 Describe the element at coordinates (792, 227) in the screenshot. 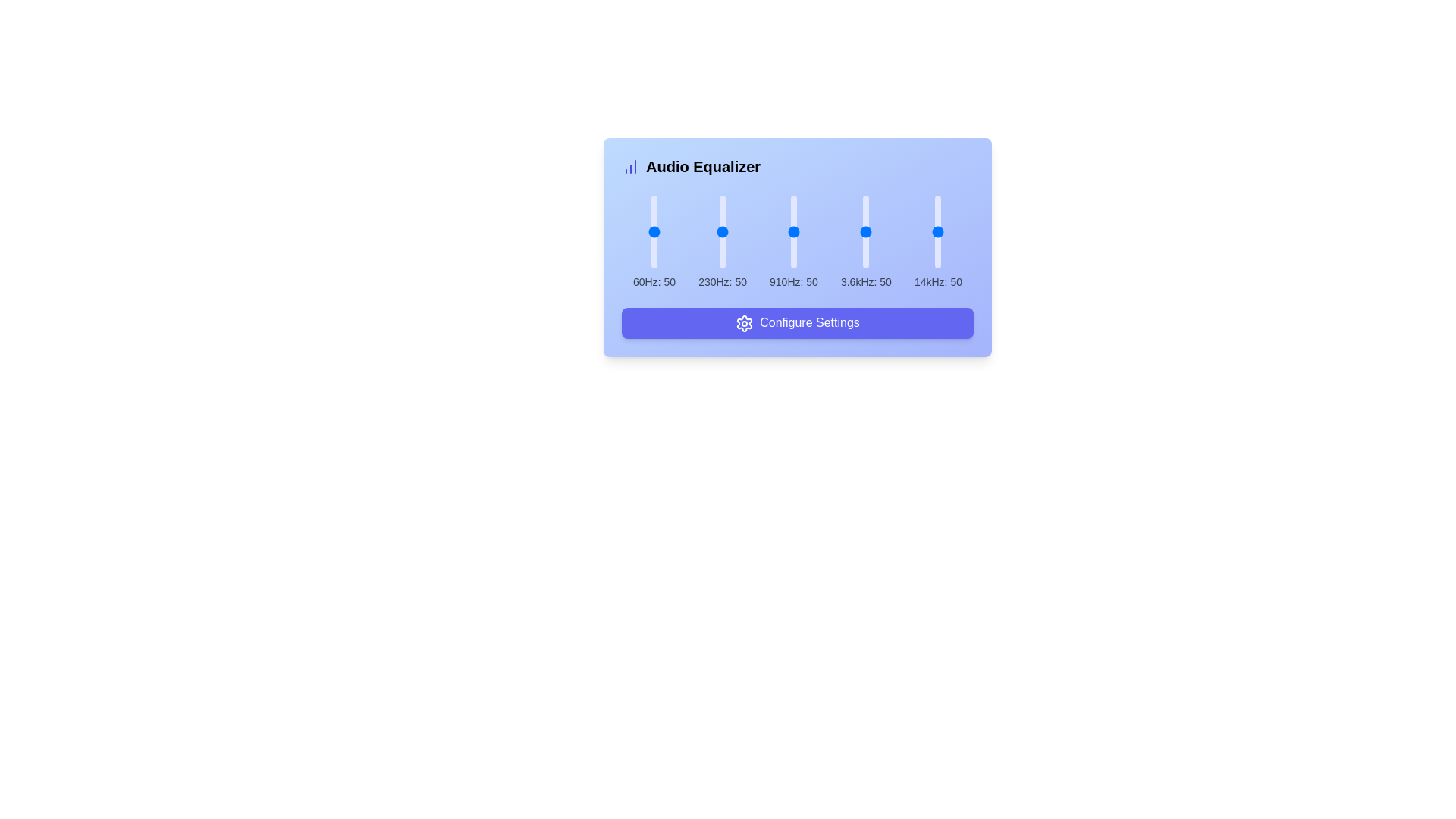

I see `the frequency level of 910Hz` at that location.